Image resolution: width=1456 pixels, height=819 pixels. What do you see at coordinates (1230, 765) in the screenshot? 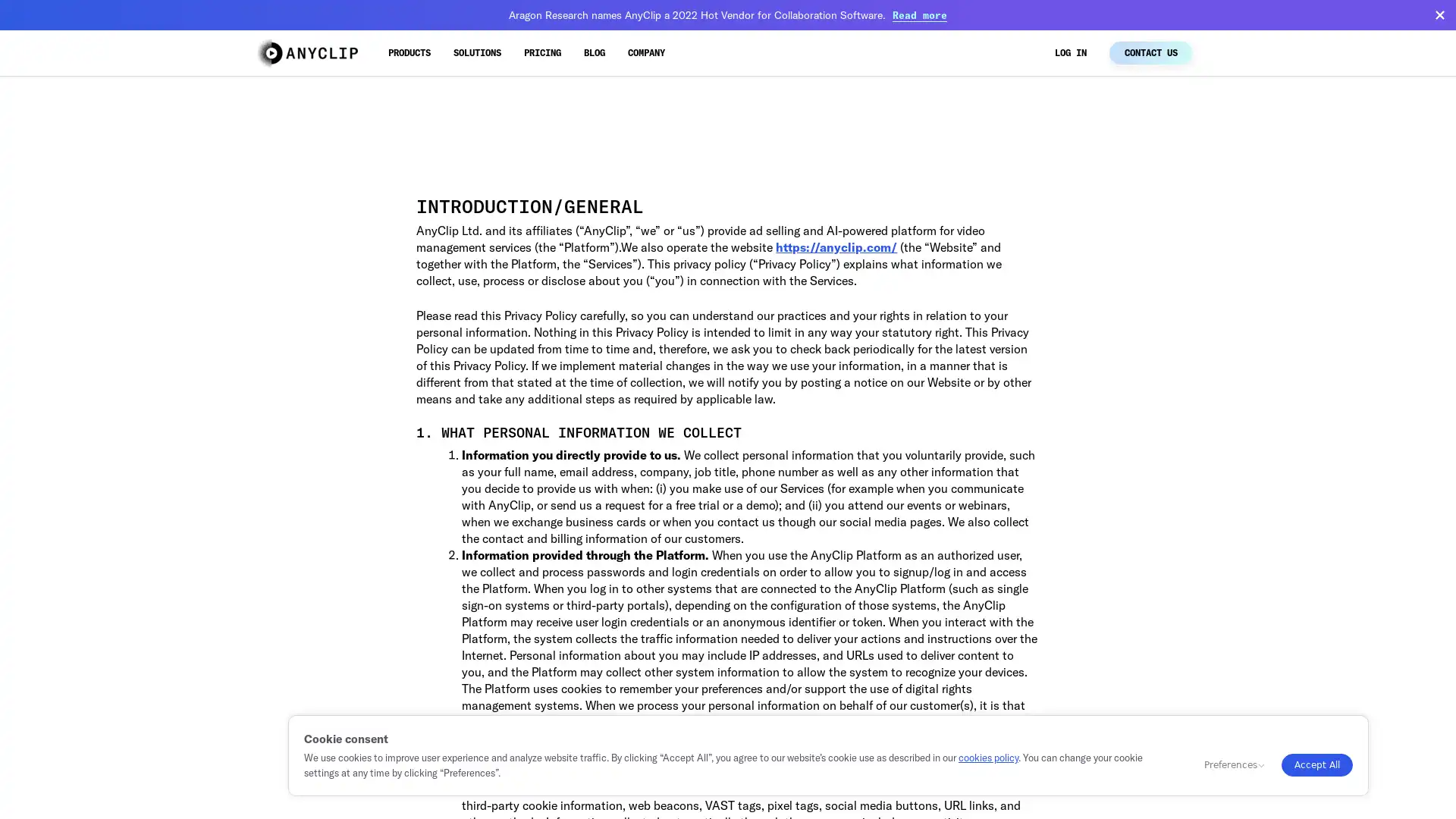
I see `Preferences` at bounding box center [1230, 765].